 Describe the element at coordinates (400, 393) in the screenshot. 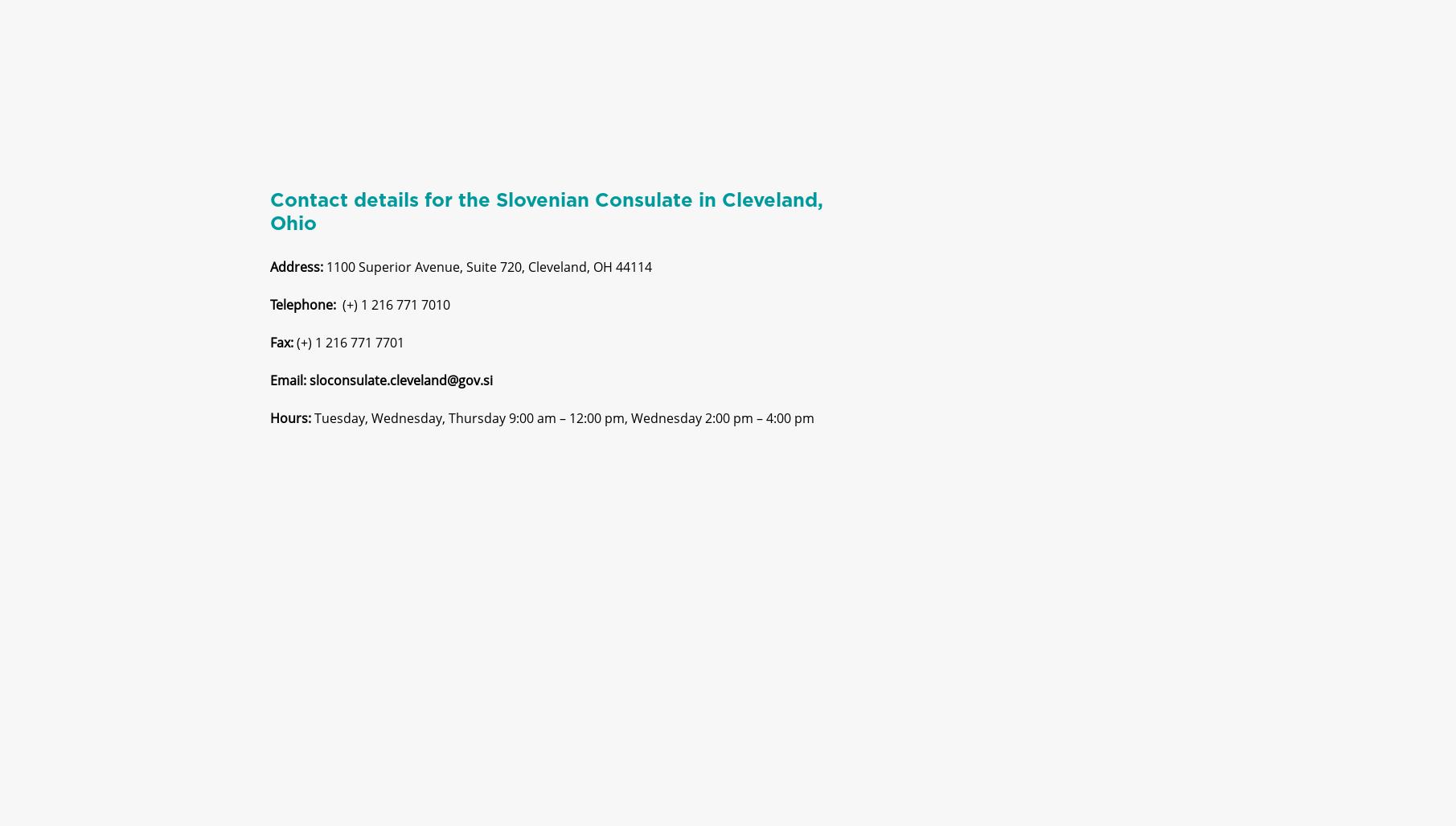

I see `'sloconsulate.cleveland@gov.si'` at that location.